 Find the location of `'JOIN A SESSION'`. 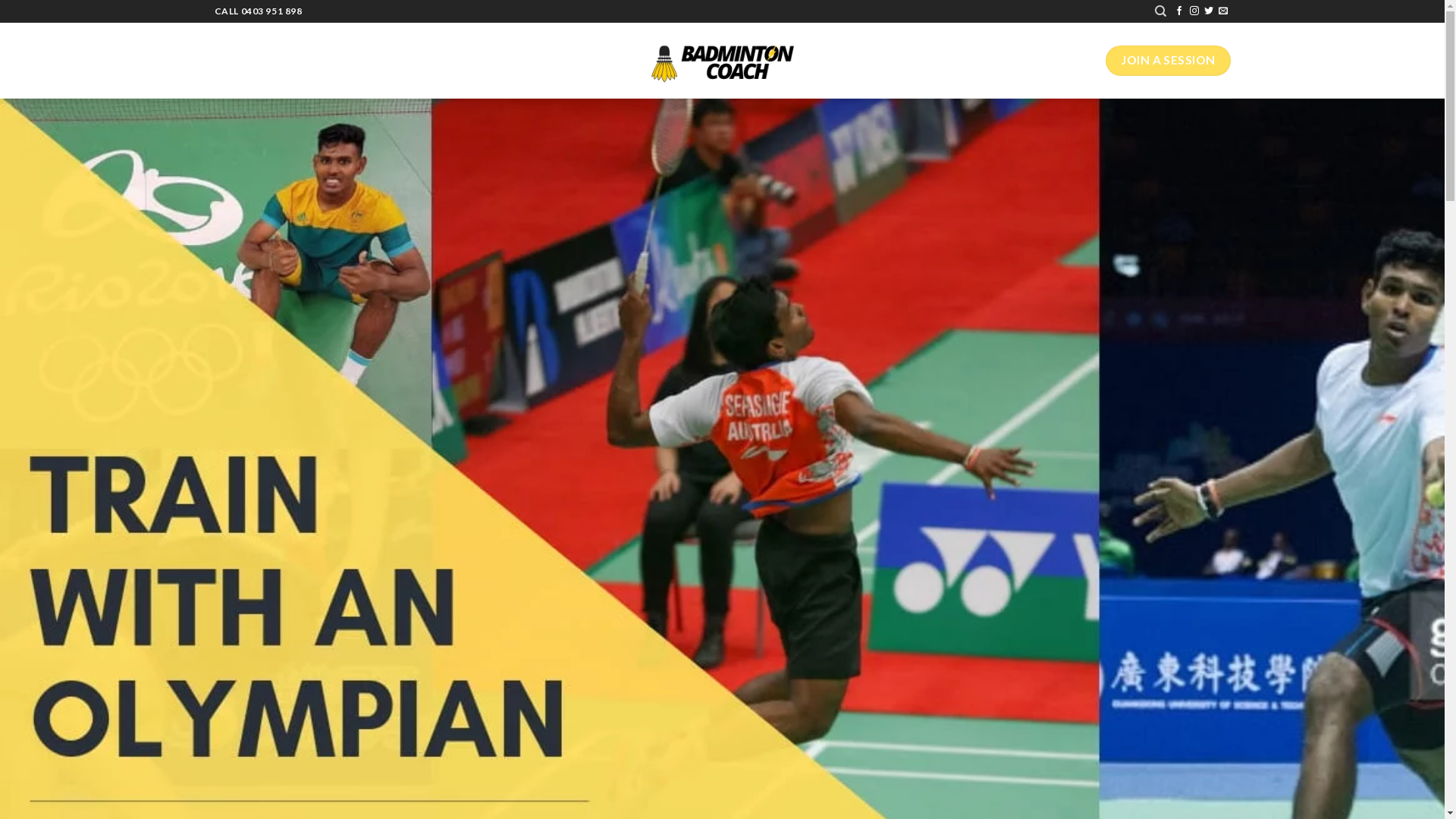

'JOIN A SESSION' is located at coordinates (1167, 60).